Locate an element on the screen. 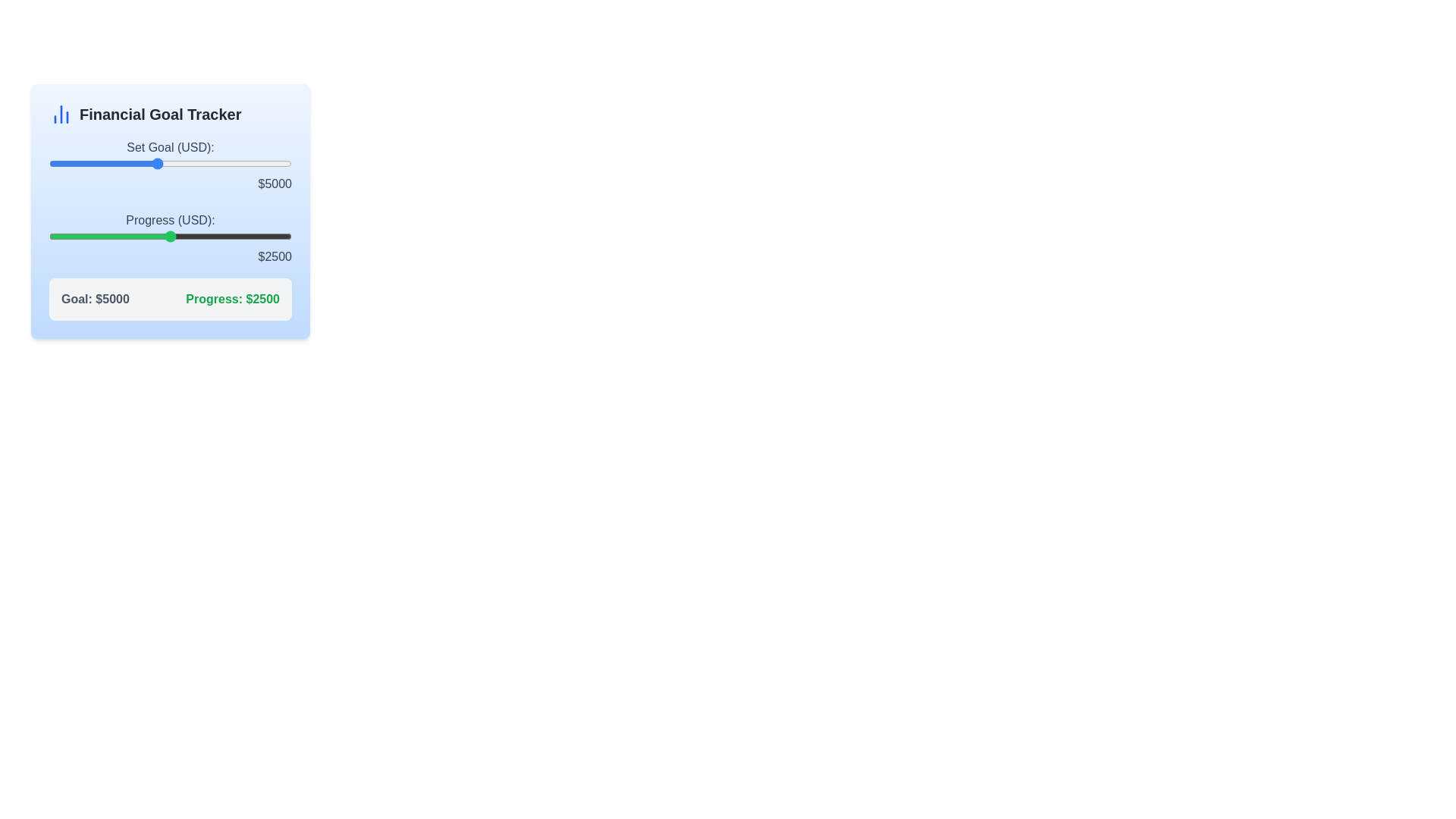 The image size is (1456, 819). the financial goal slider to 3798 USD is located at coordinates (124, 164).